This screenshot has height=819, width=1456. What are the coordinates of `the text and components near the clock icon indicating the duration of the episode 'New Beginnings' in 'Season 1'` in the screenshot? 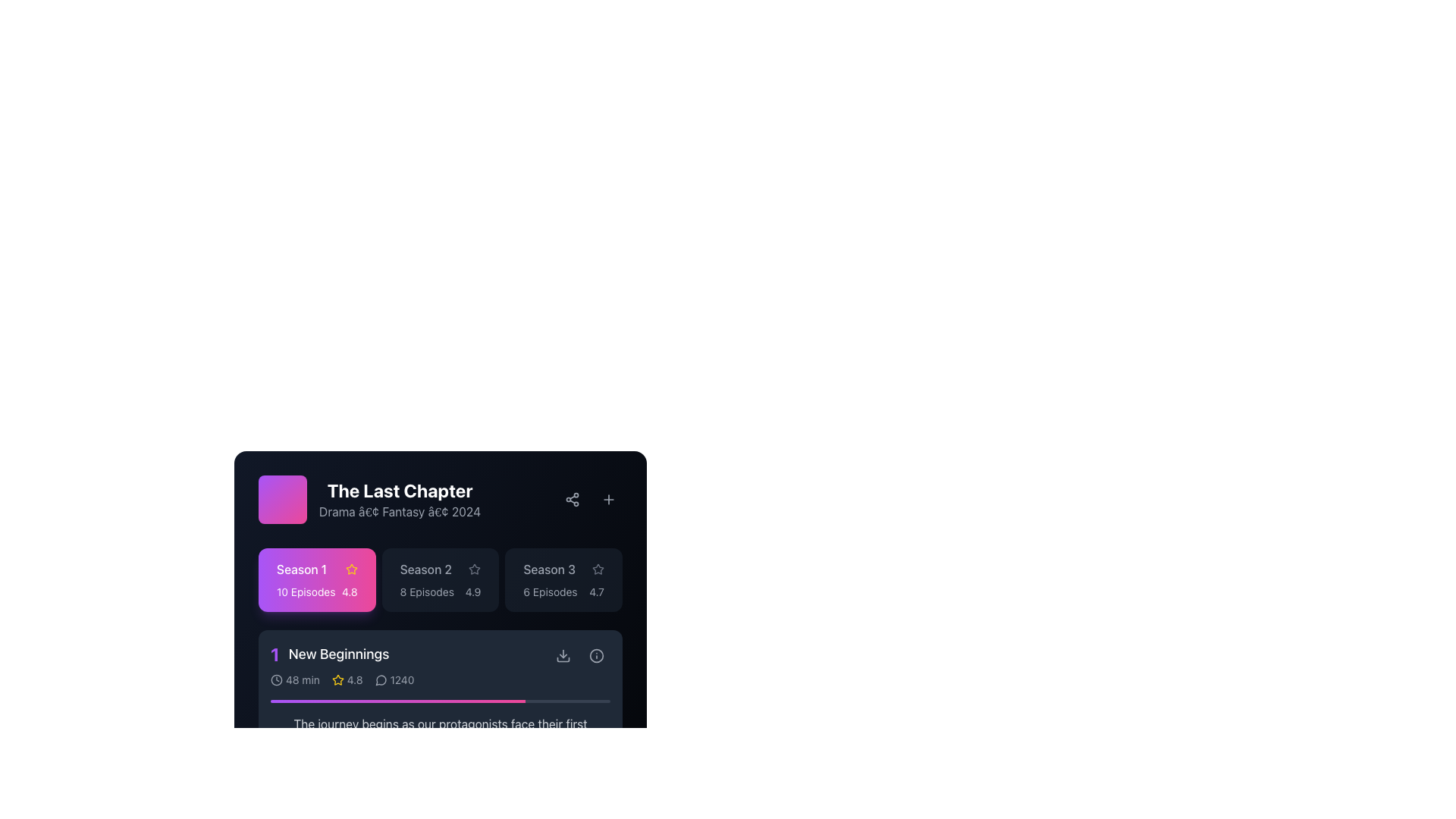 It's located at (276, 679).